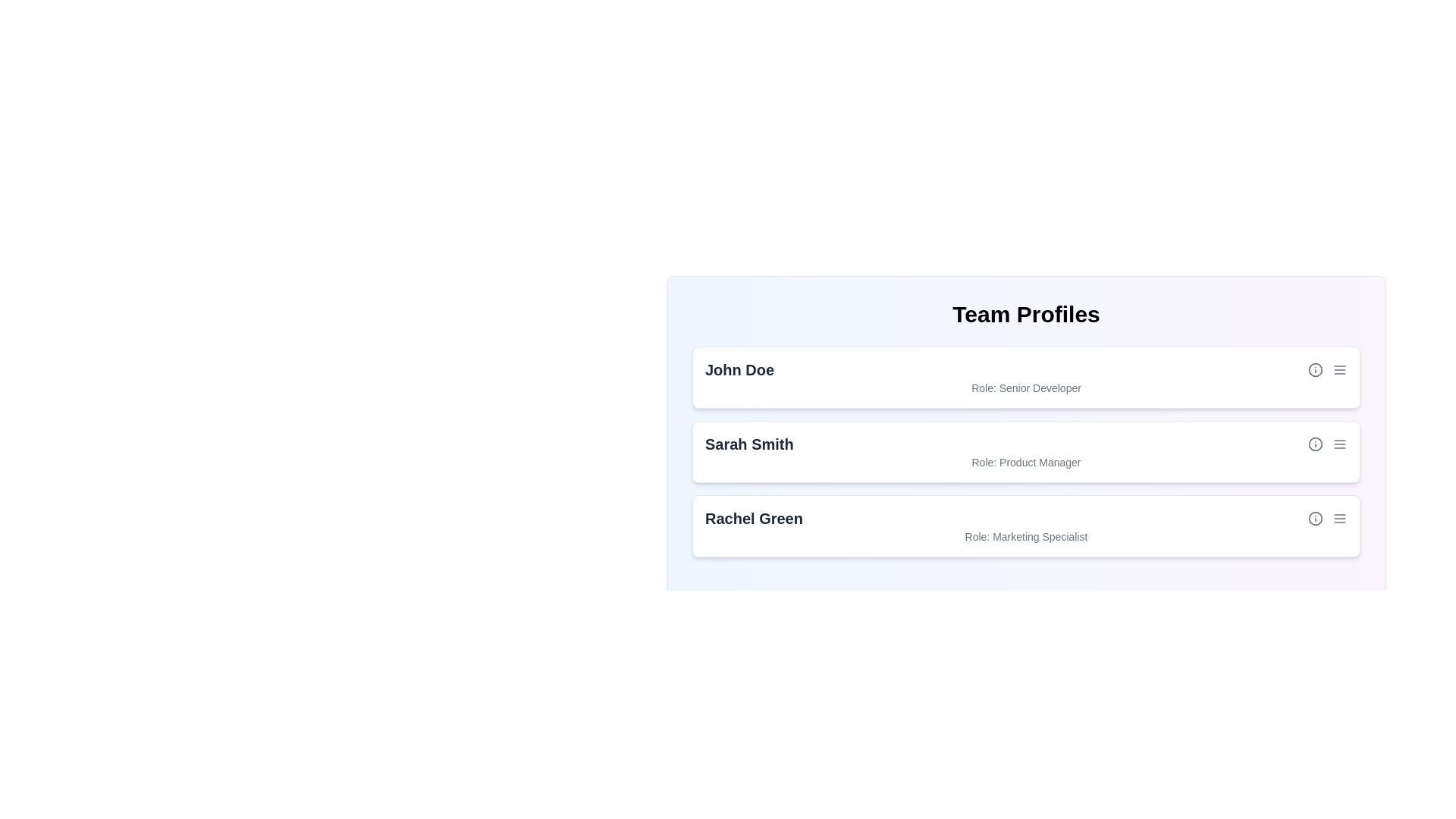 This screenshot has width=1456, height=819. What do you see at coordinates (1026, 536) in the screenshot?
I see `the text label that contains 'Role: Marketing Specialist', which is styled with a small font size and gray color, located at the bottom of the card for 'Rachel Green'` at bounding box center [1026, 536].